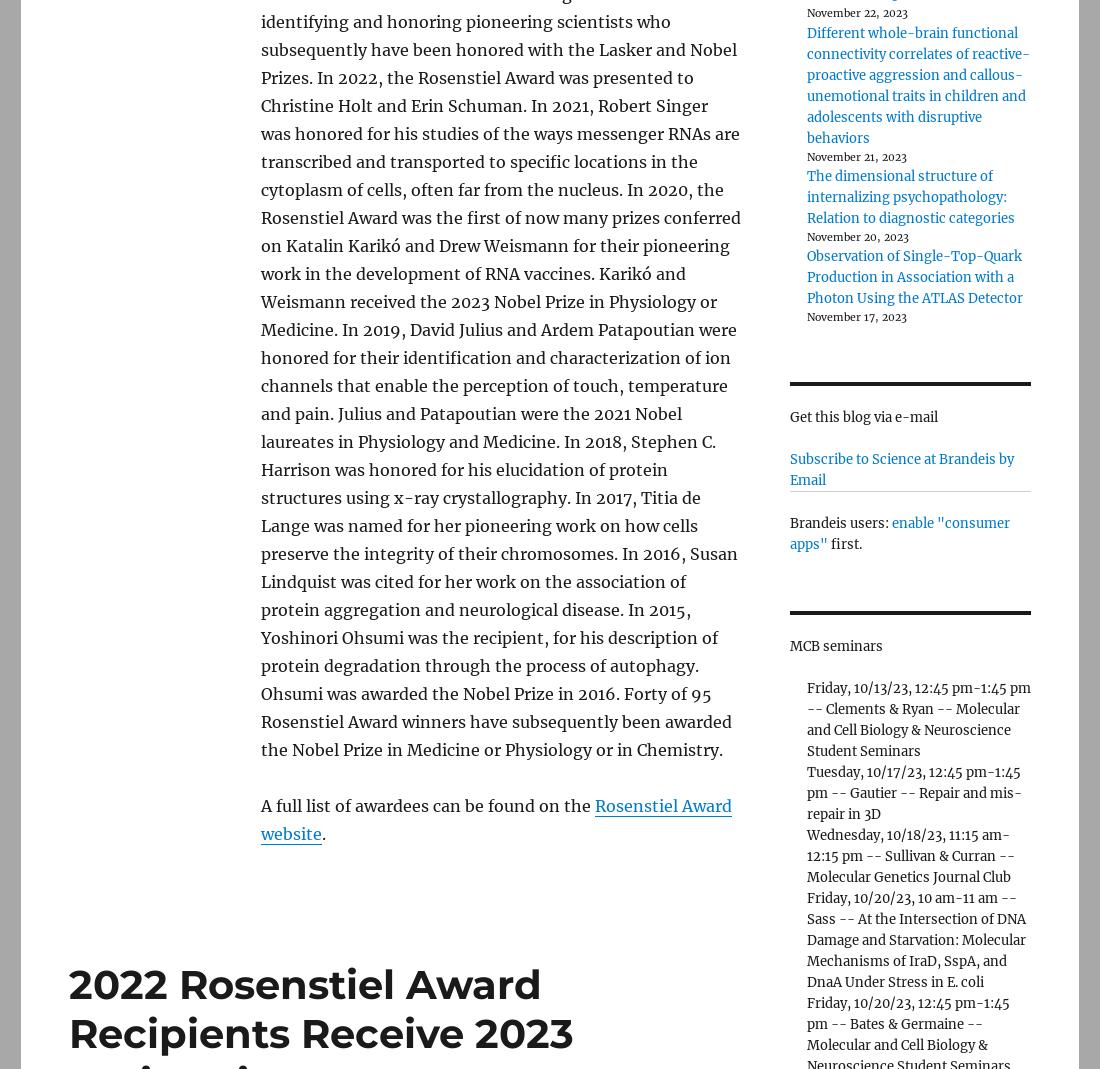  What do you see at coordinates (913, 275) in the screenshot?
I see `'Observation of Single-Top-Quark Production in Association with a Photon Using the ATLAS Detector'` at bounding box center [913, 275].